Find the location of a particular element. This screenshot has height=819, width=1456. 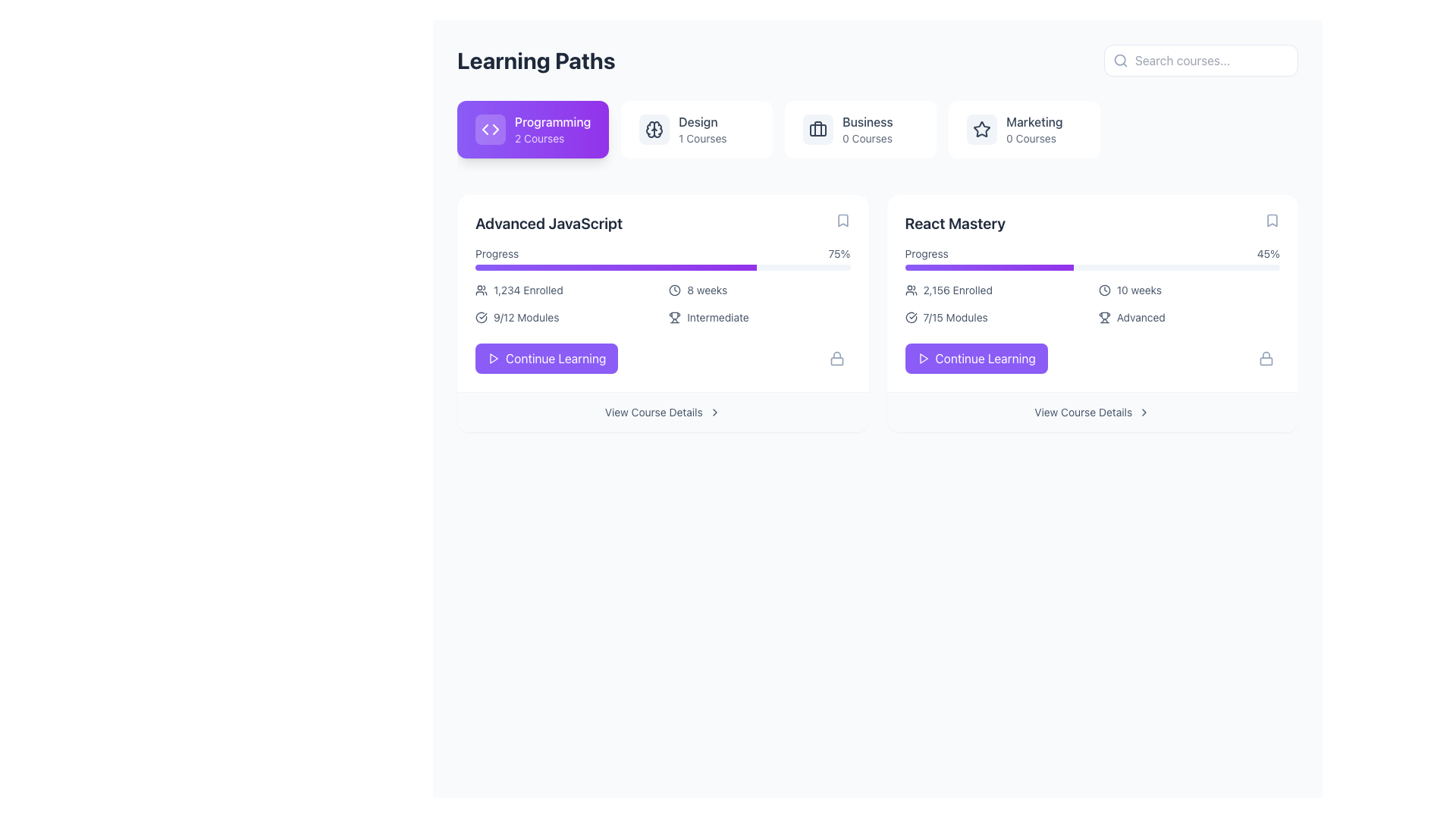

the 'Marketing' text label that displays '0 Courses' below it in the top-right section of the 'Learning Paths' interface is located at coordinates (1034, 128).